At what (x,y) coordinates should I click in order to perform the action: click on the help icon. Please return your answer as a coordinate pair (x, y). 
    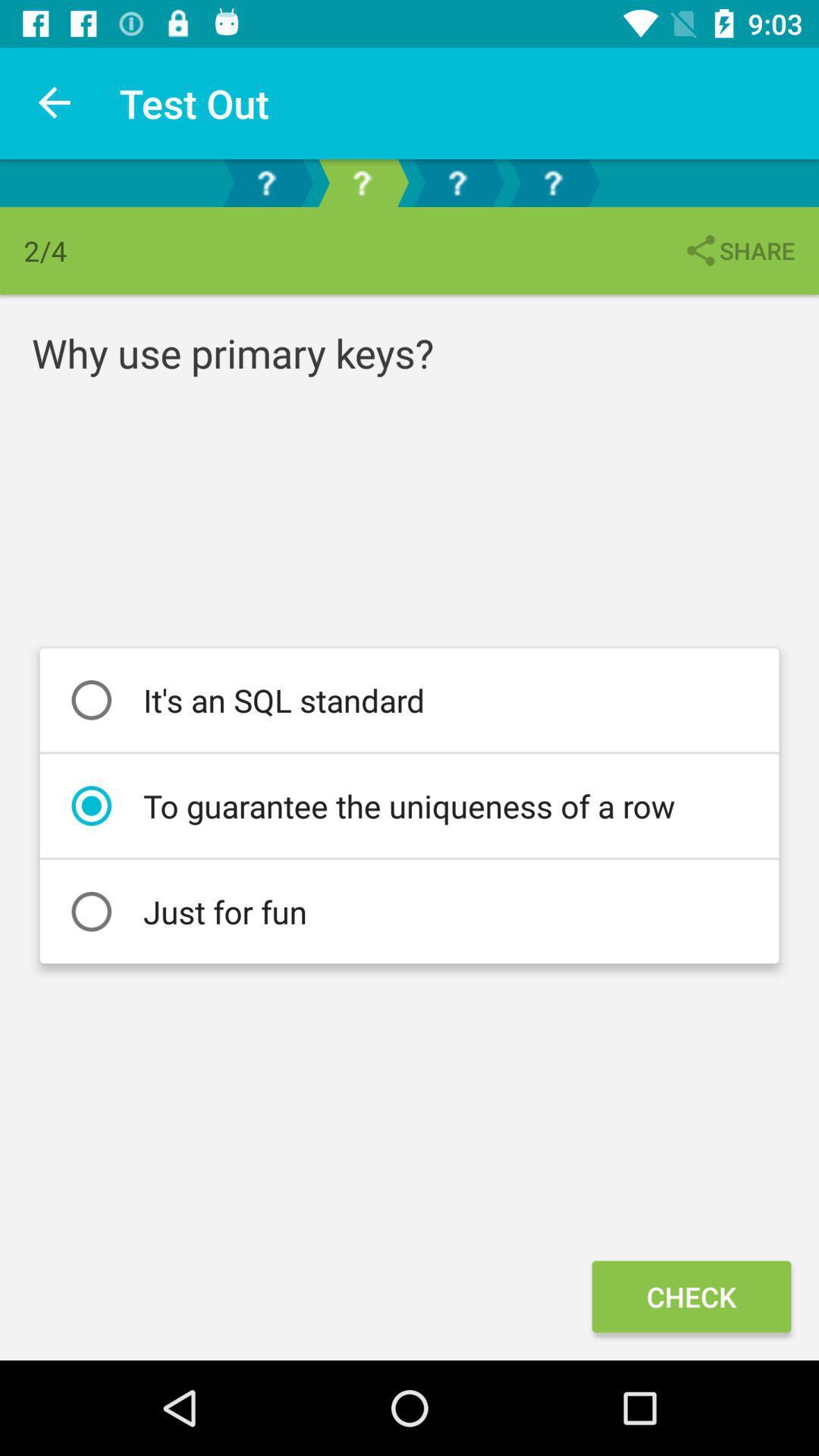
    Looking at the image, I should click on (362, 182).